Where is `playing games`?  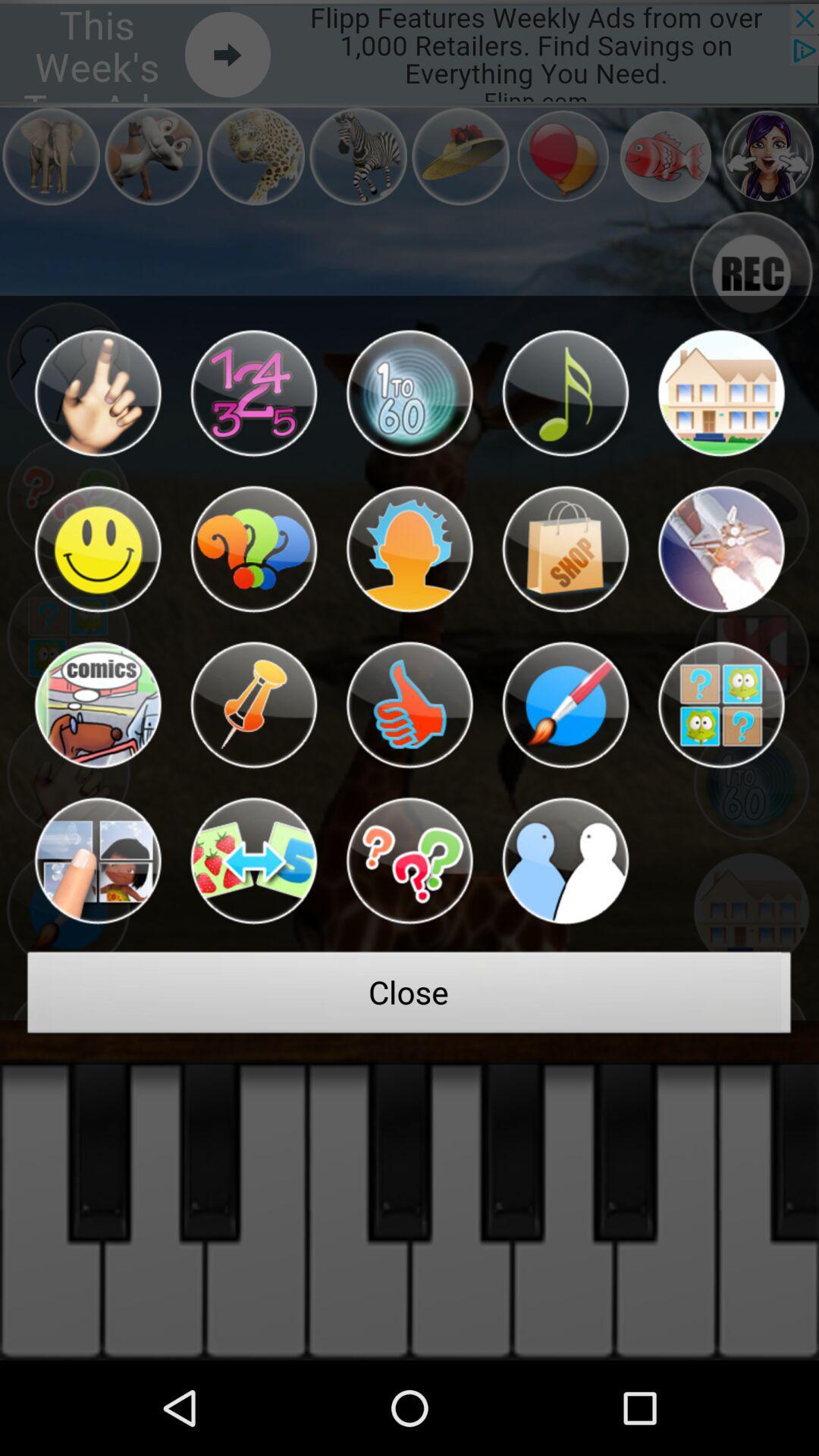 playing games is located at coordinates (253, 861).